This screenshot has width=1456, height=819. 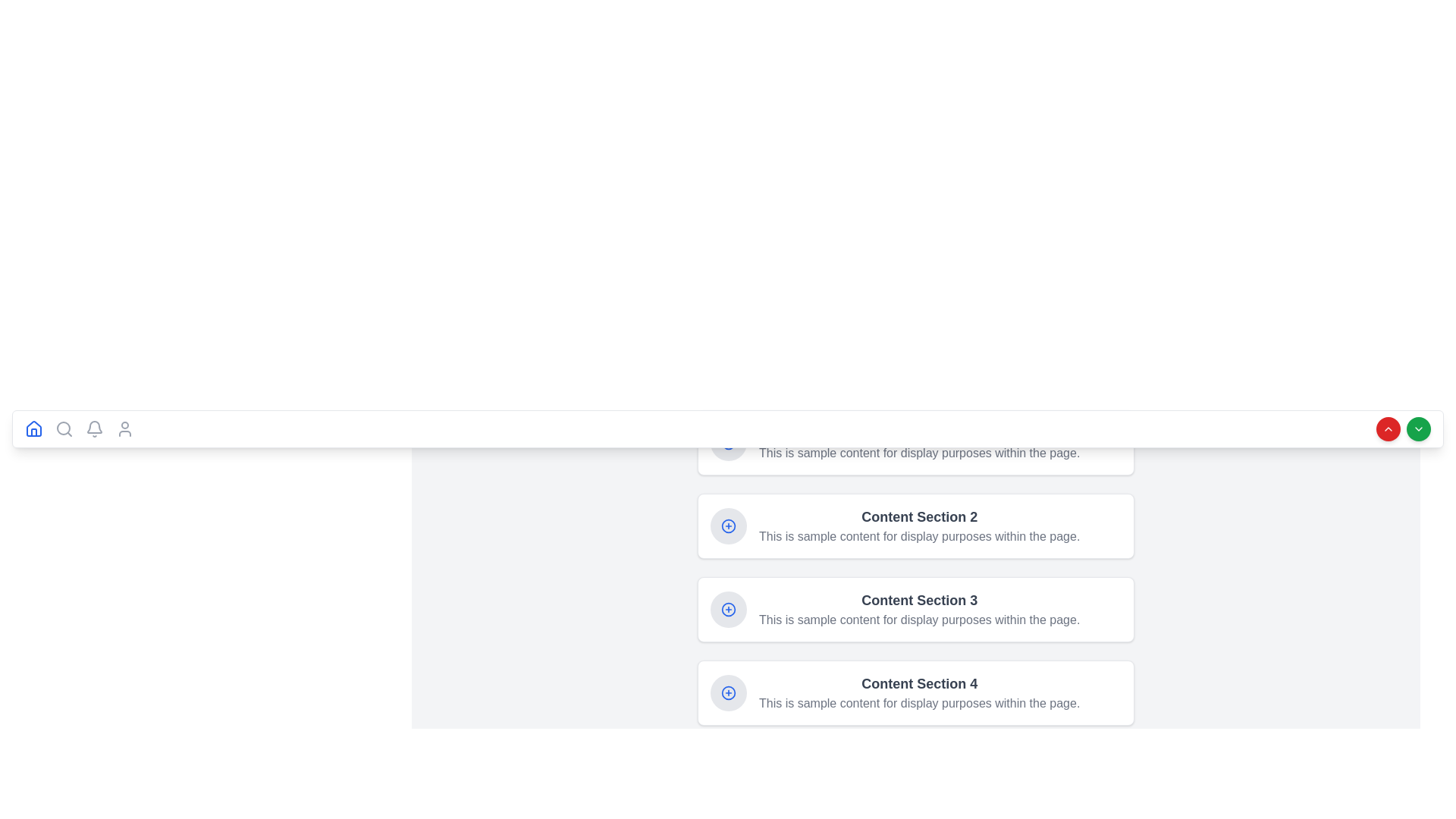 What do you see at coordinates (918, 620) in the screenshot?
I see `the textual content label located directly below the title 'Content Section 3', which provides additional context for that section` at bounding box center [918, 620].